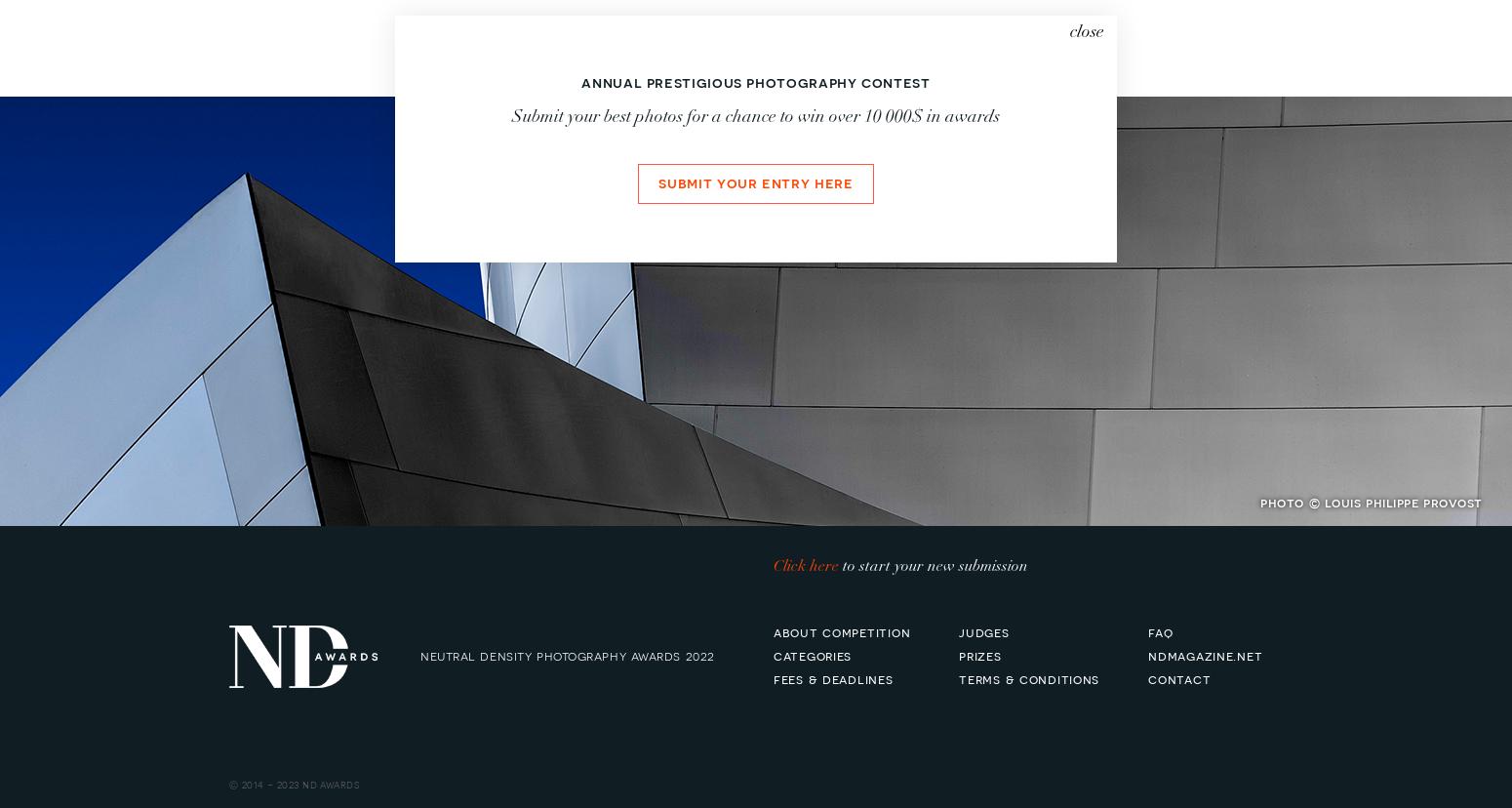  Describe the element at coordinates (1205, 653) in the screenshot. I see `'ndmagazine.net'` at that location.